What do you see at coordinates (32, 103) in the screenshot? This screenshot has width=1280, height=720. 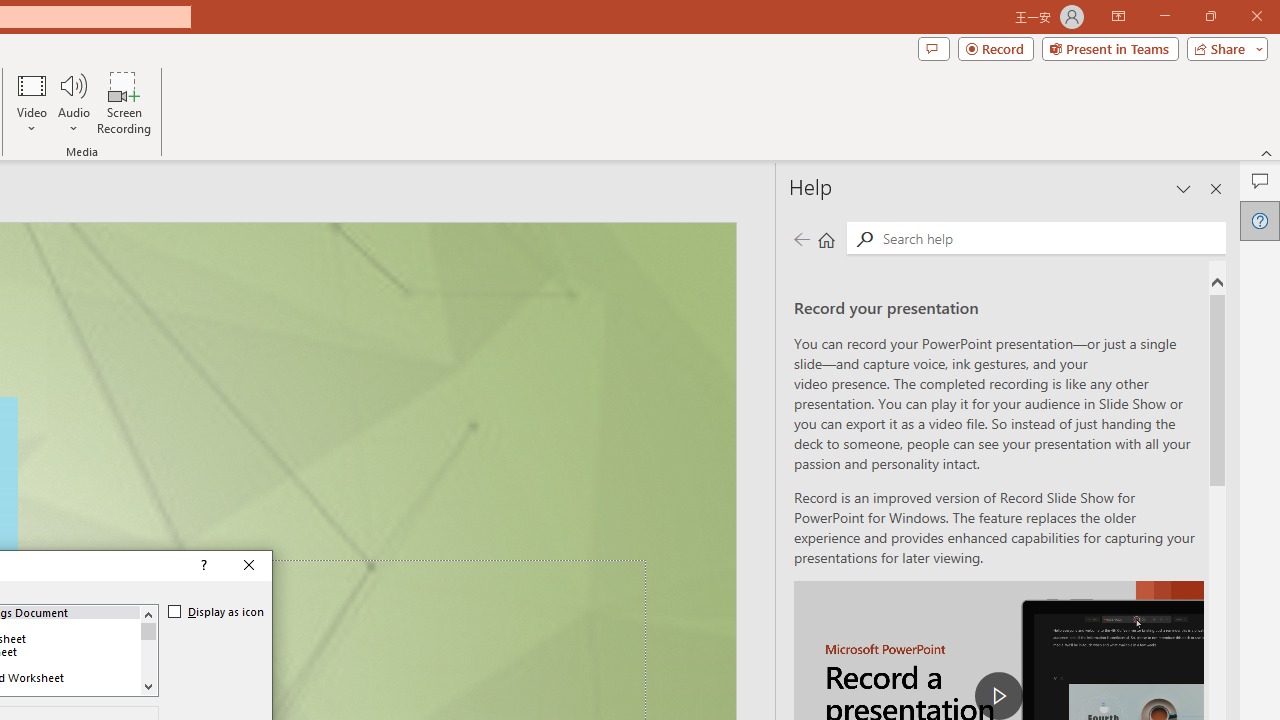 I see `'Video'` at bounding box center [32, 103].